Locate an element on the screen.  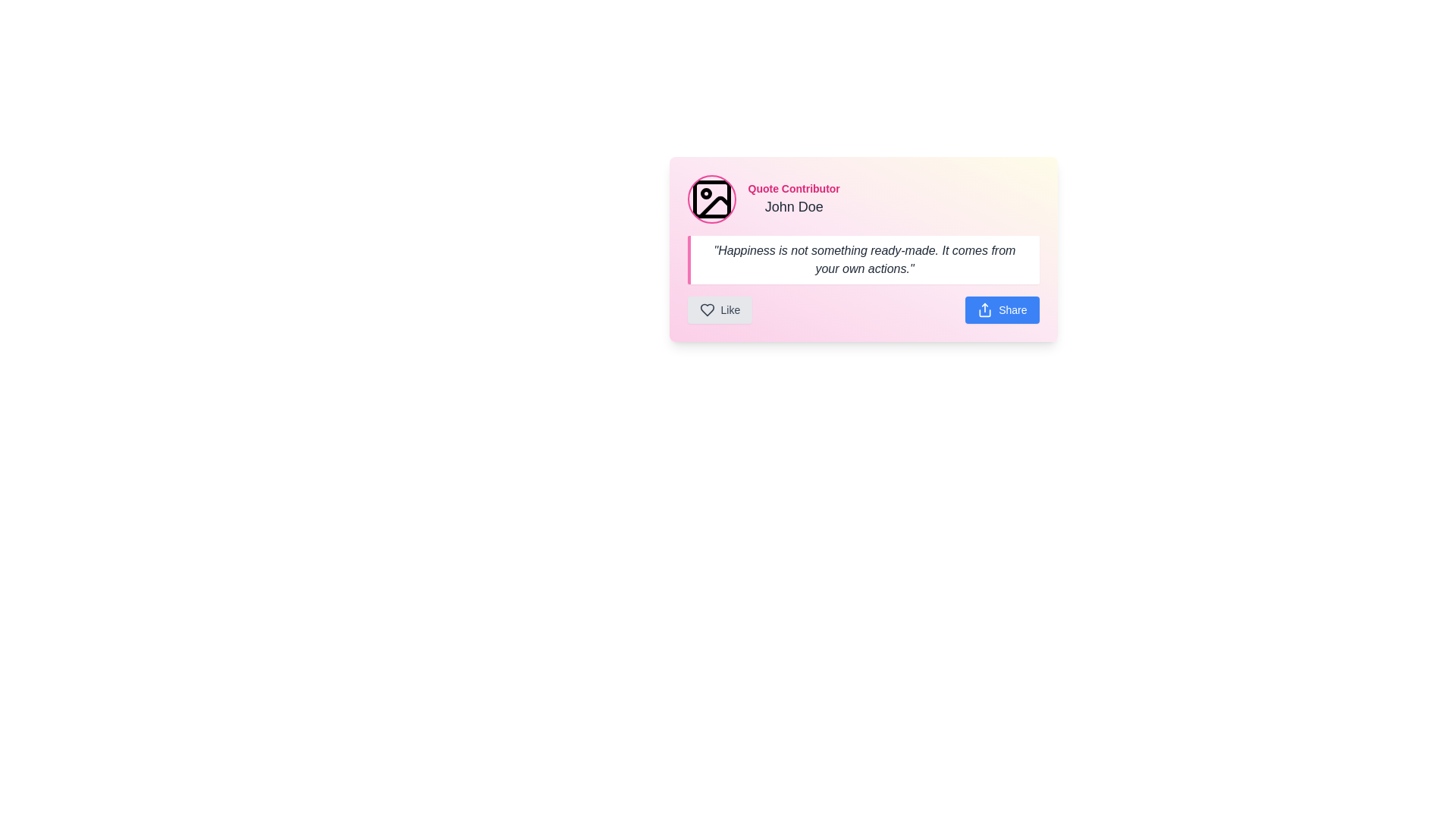
the 'Share' button, which is a rectangular button with a blue background and a white text label is located at coordinates (1002, 309).